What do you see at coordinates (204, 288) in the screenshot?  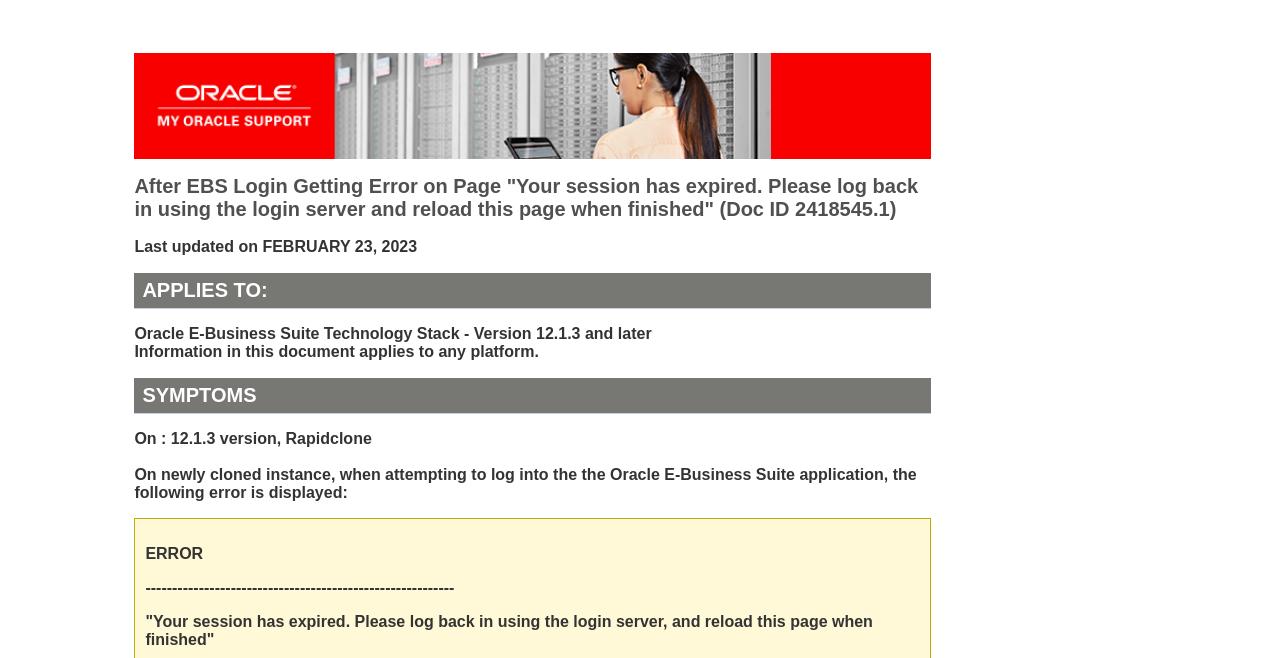 I see `'Applies to:'` at bounding box center [204, 288].